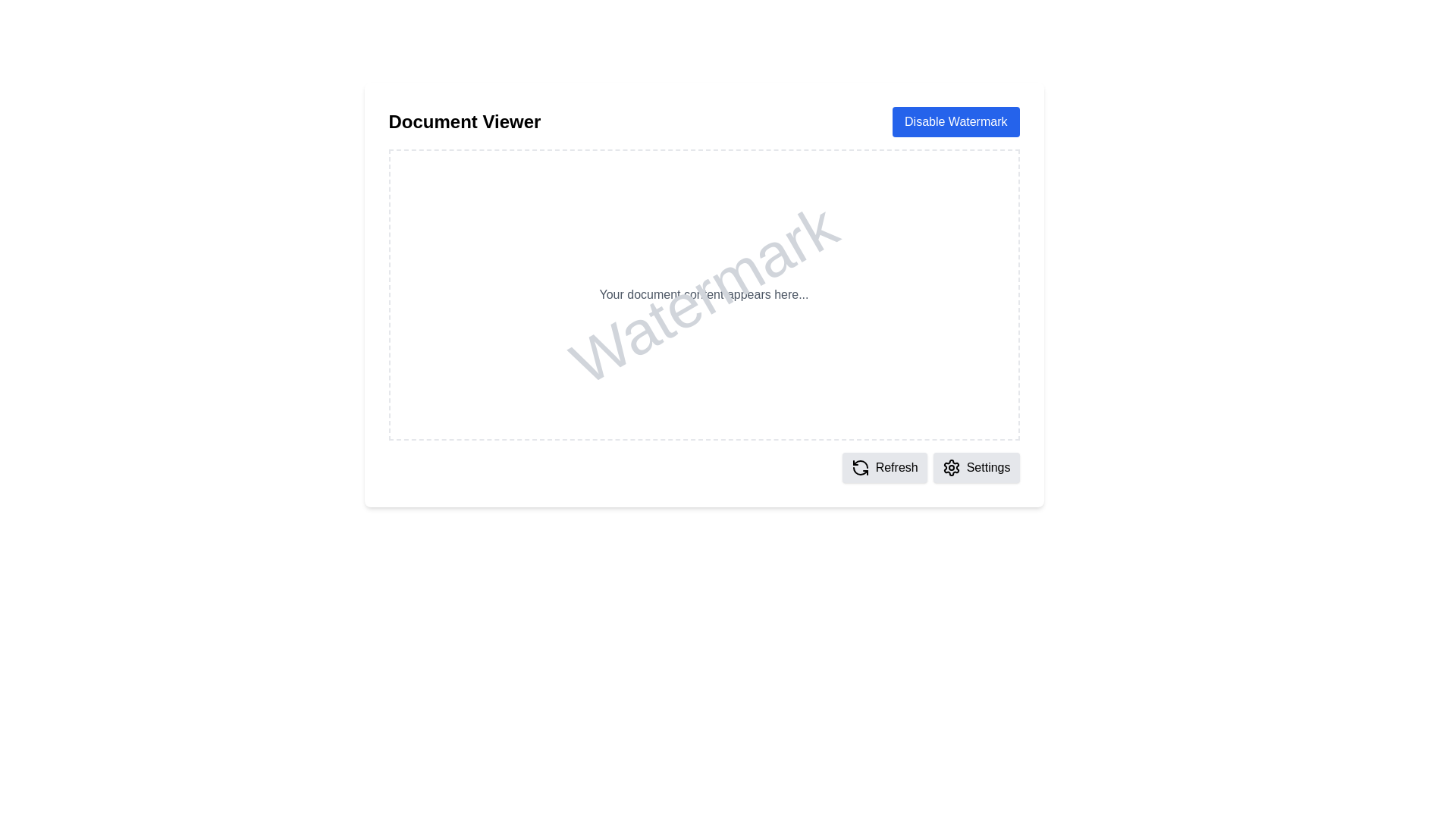 This screenshot has width=1456, height=819. Describe the element at coordinates (950, 467) in the screenshot. I see `the gear icon located in the bottom-right section of the interface` at that location.